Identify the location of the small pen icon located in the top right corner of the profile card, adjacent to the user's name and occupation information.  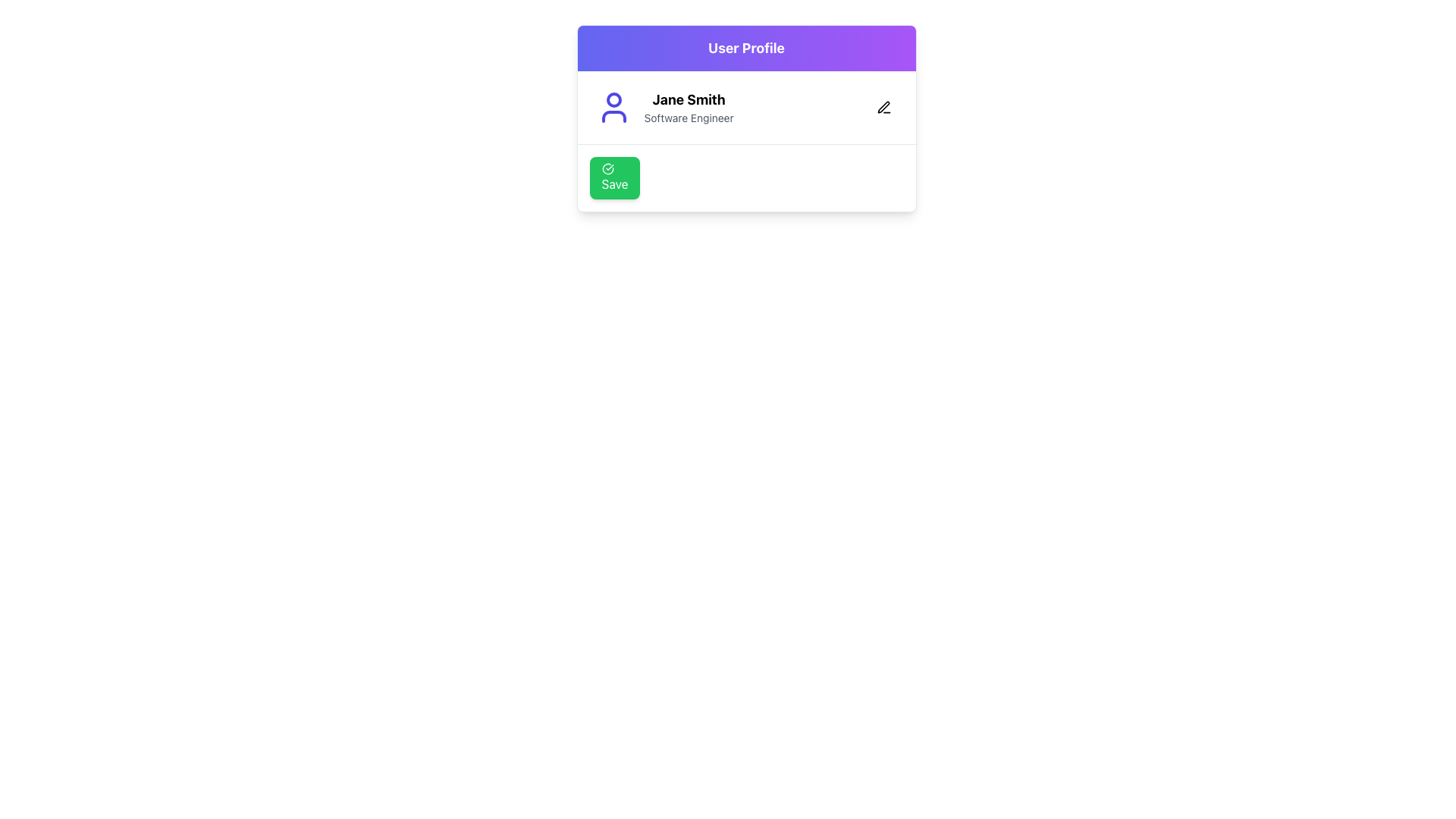
(883, 106).